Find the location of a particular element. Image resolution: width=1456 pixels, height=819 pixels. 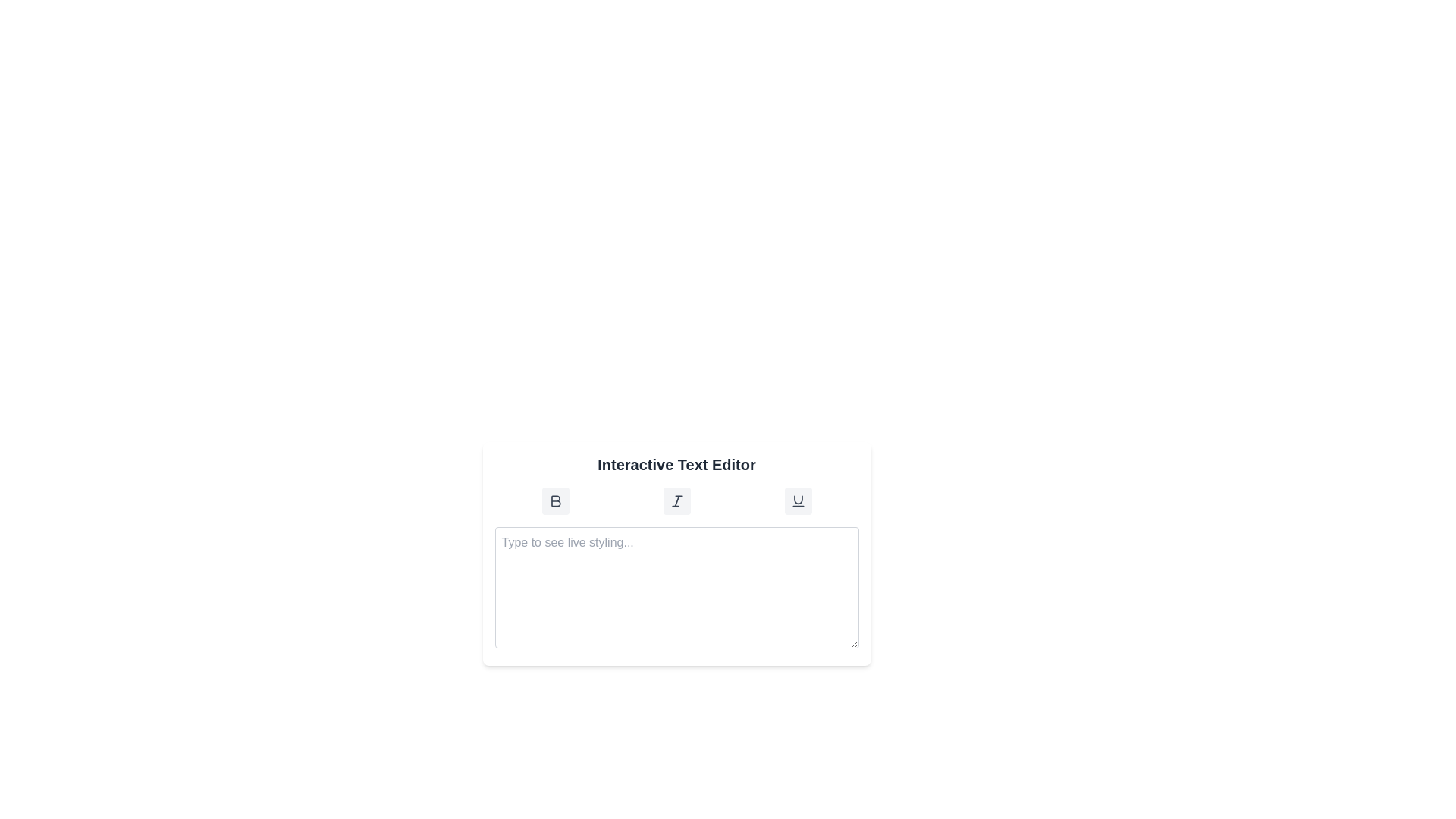

the decorative detail of the italic formatting icon, which is centrally positioned among the bold and underline icons is located at coordinates (676, 500).